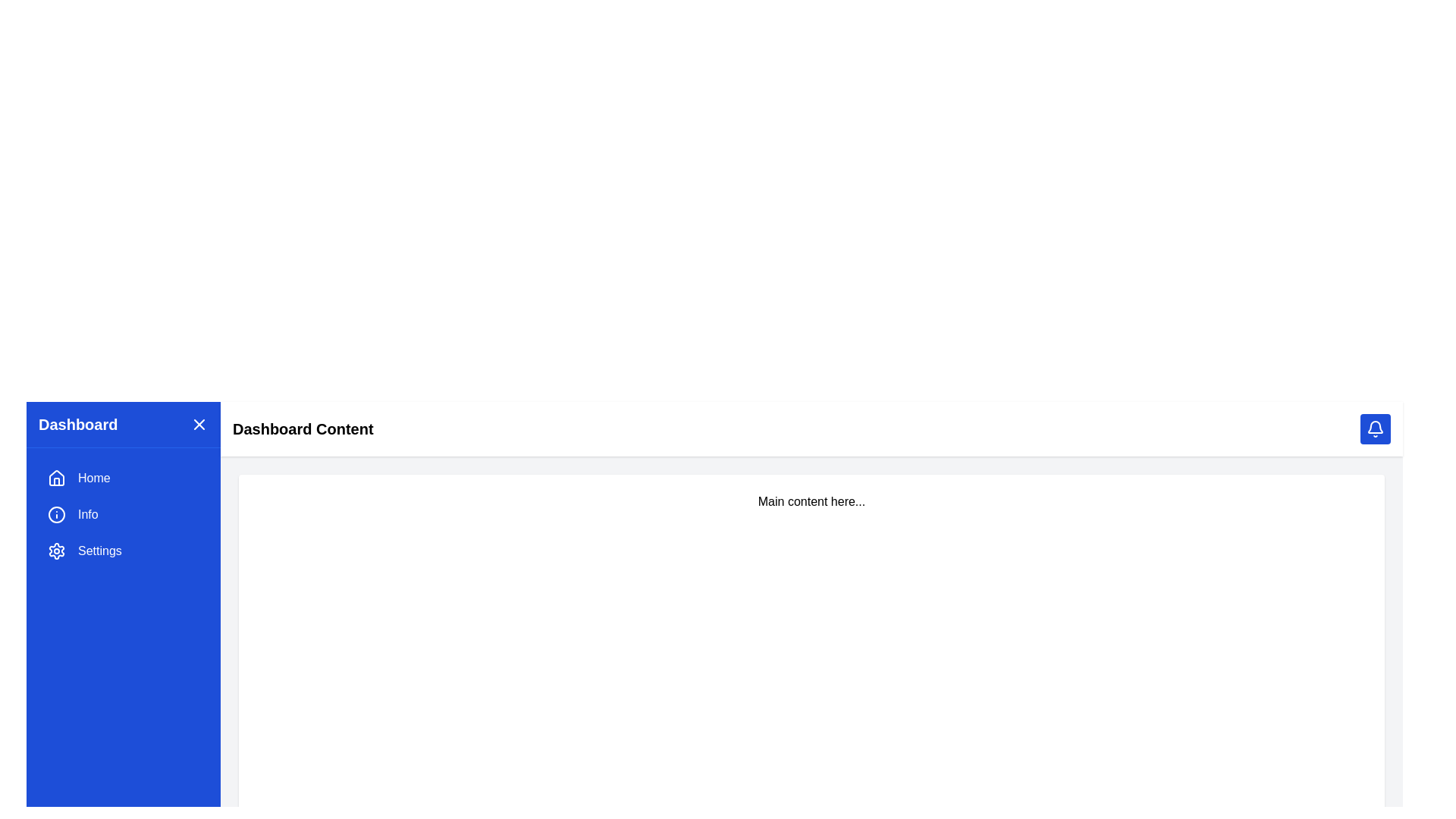  I want to click on the 'Info' button in the navigation menu located in the sidebar, positioned between 'Home' and 'Settings', for accessibility purposes, so click(124, 513).